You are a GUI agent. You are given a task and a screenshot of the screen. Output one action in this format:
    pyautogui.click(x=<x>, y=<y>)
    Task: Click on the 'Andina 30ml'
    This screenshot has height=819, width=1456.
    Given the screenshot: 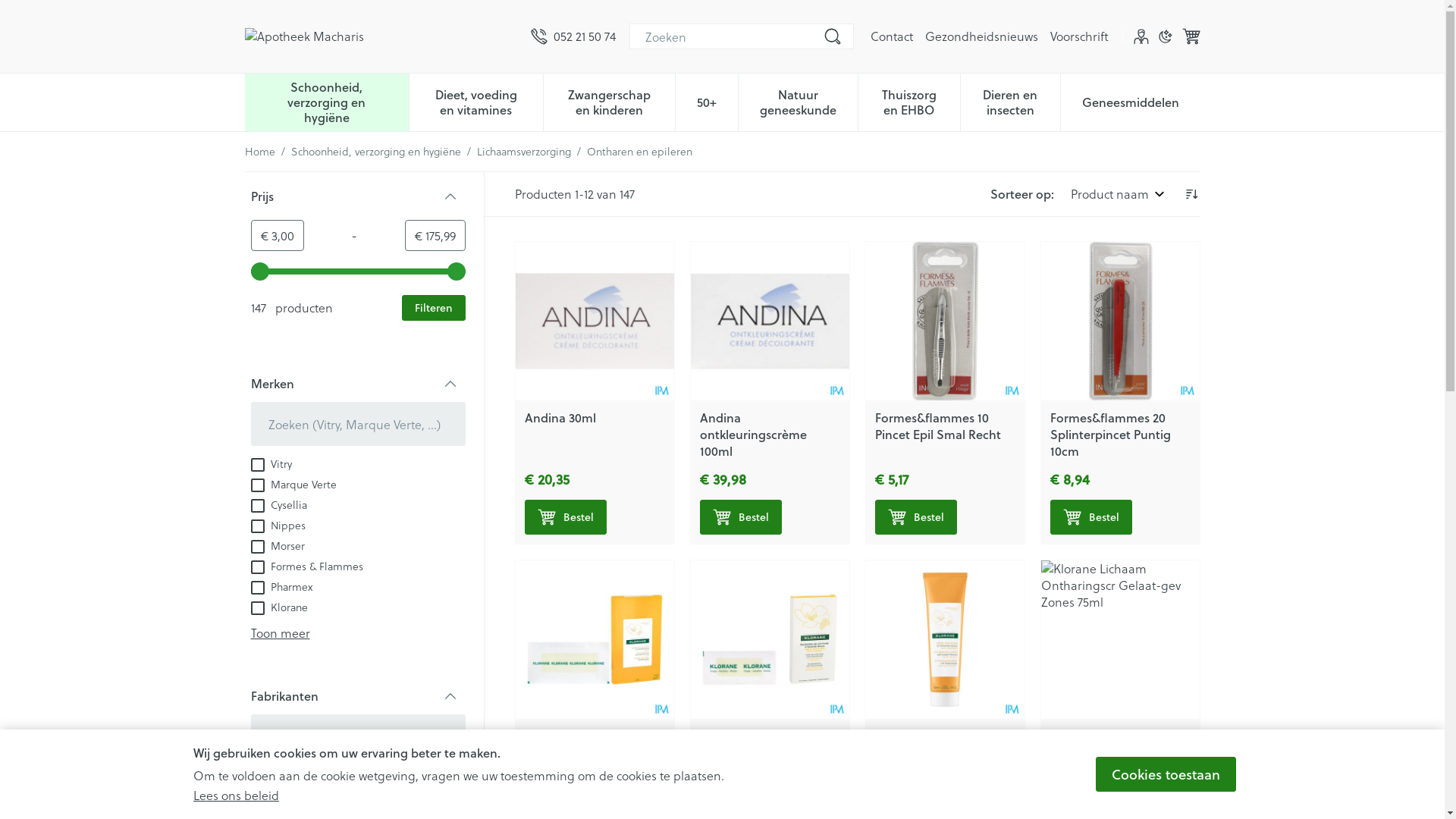 What is the action you would take?
    pyautogui.click(x=560, y=417)
    